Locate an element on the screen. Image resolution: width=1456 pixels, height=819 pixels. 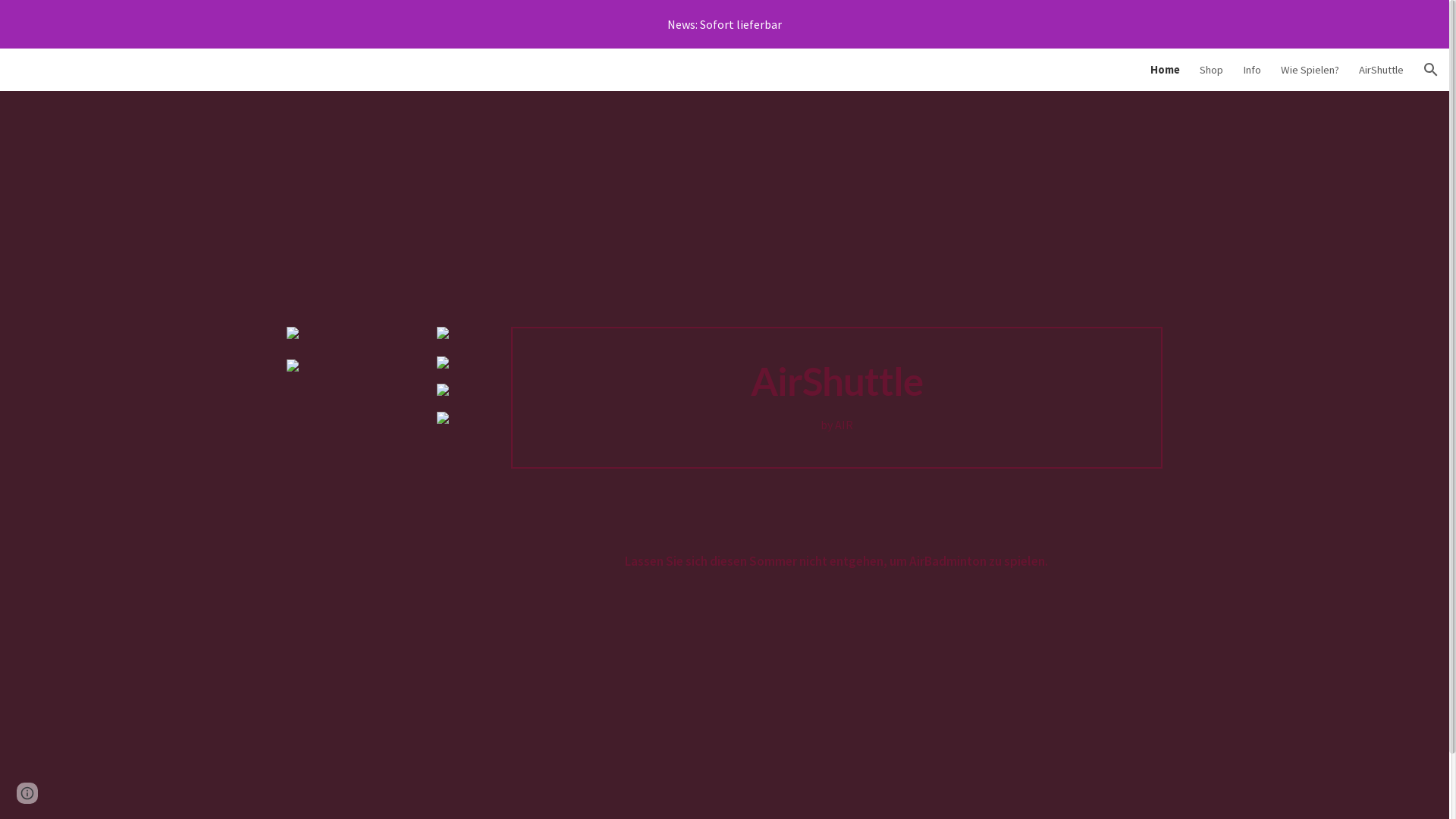
'Home' is located at coordinates (1150, 70).